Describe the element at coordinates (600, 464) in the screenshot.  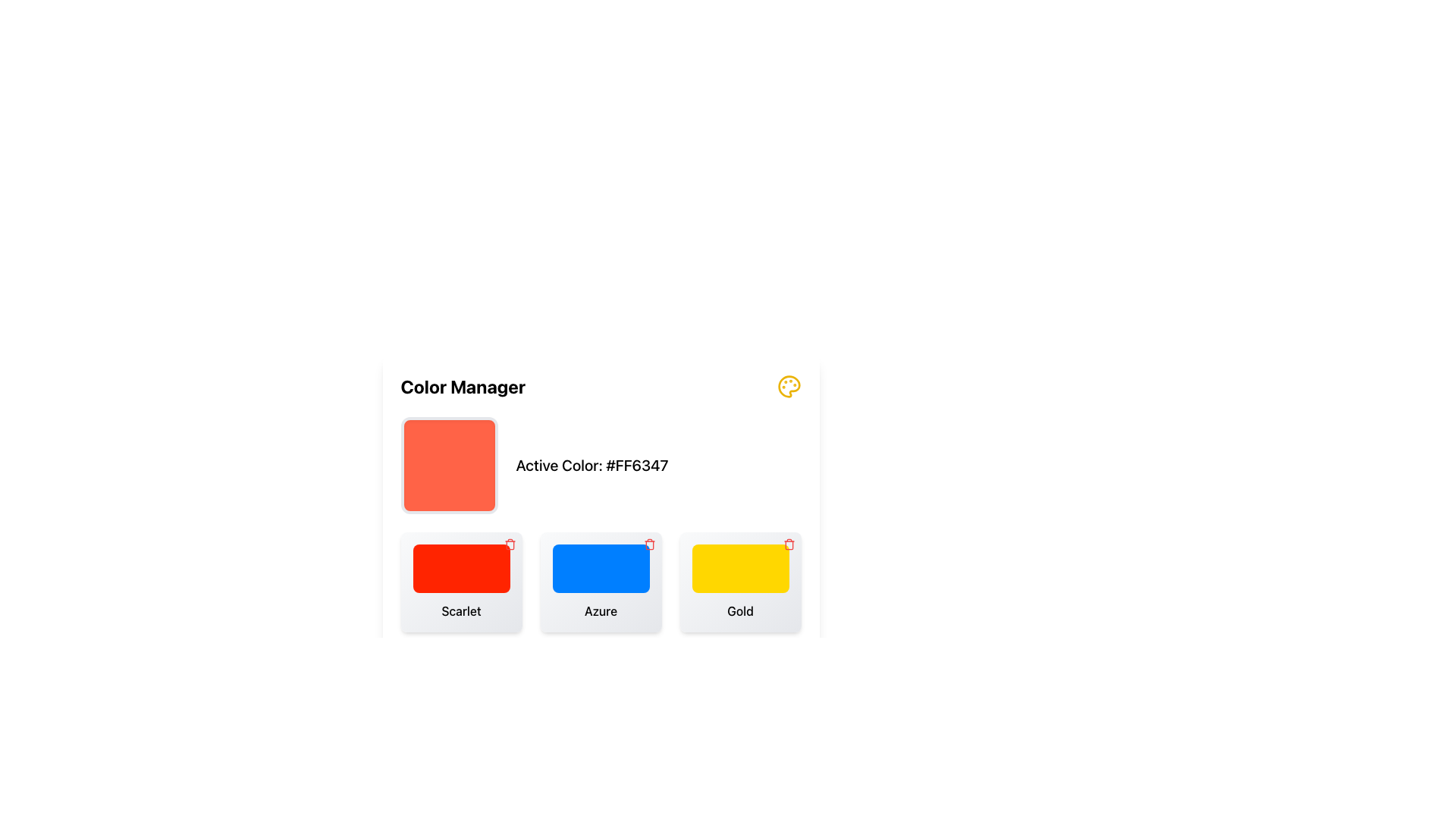
I see `the Information display panel in the Color Manager section, which shows the currently active color and its hexadecimal code` at that location.